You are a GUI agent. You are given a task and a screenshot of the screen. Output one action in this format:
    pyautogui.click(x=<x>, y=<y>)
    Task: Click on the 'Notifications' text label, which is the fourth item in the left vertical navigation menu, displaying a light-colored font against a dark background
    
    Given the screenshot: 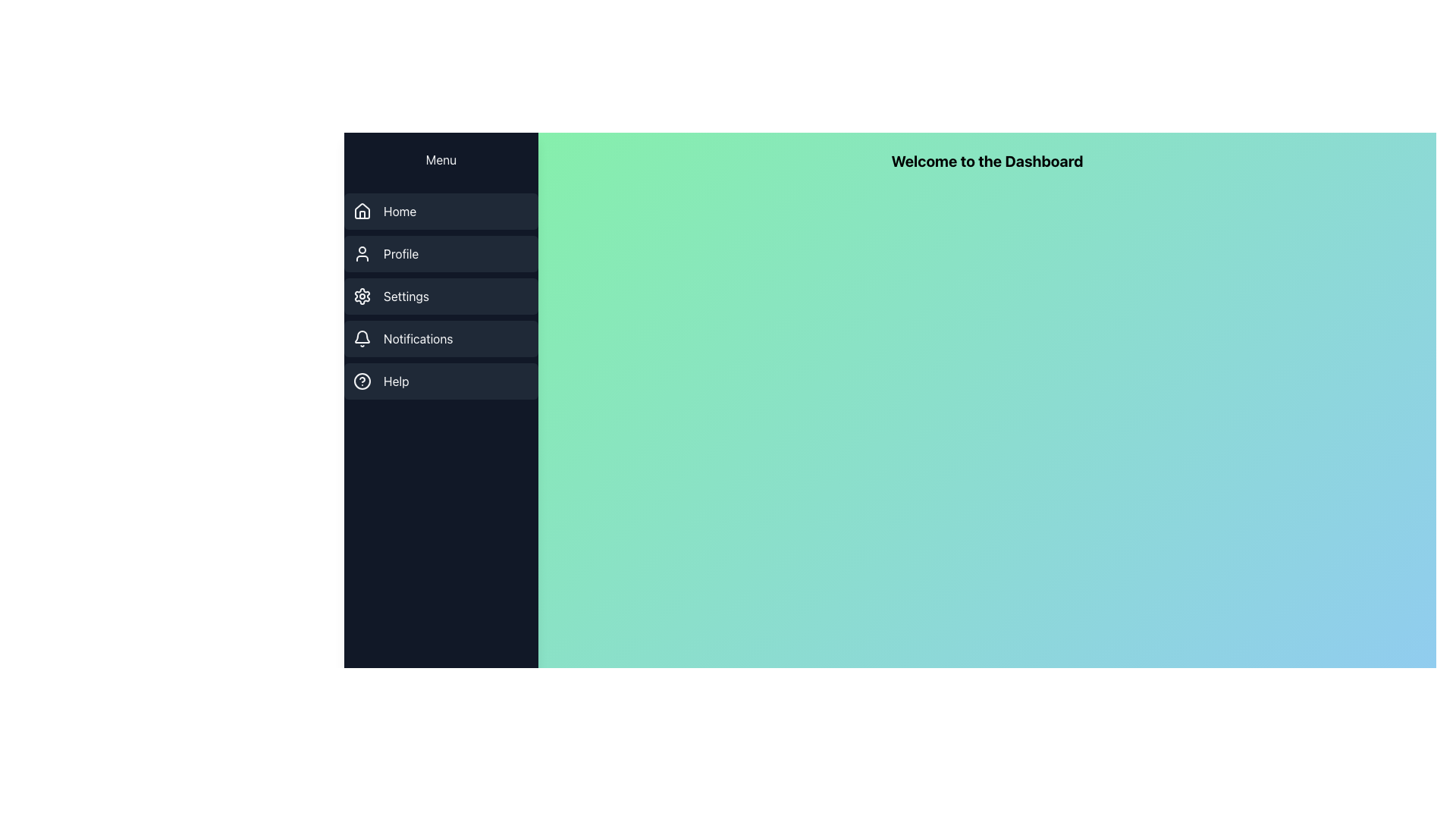 What is the action you would take?
    pyautogui.click(x=418, y=338)
    